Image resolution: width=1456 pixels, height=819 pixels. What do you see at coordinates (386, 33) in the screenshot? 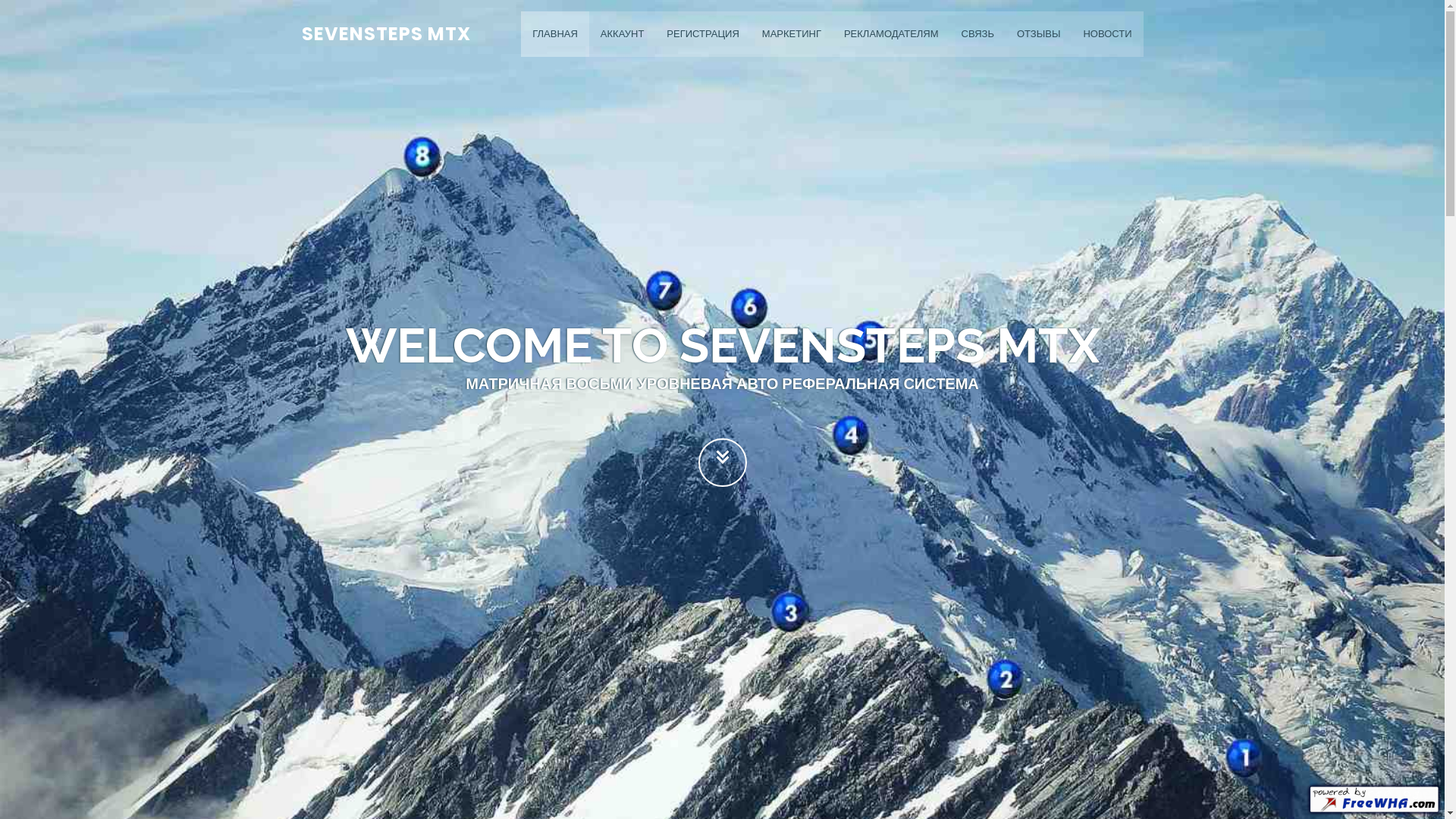
I see `'SEVENSTEPS MTX'` at bounding box center [386, 33].